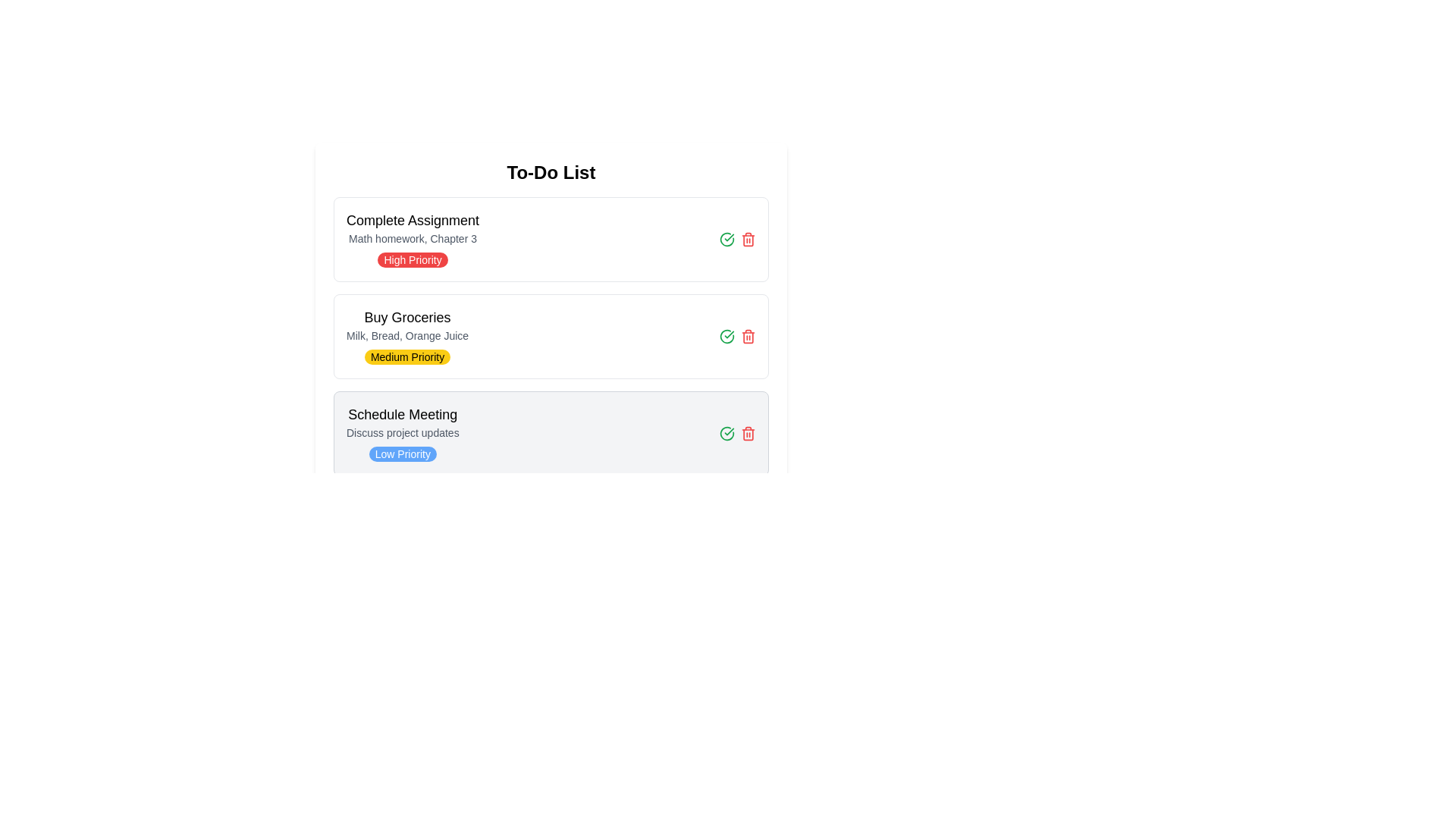 Image resolution: width=1456 pixels, height=819 pixels. I want to click on the text label displaying 'Math homework, Chapter 3', which is located below the header 'Complete Assignment', so click(413, 239).